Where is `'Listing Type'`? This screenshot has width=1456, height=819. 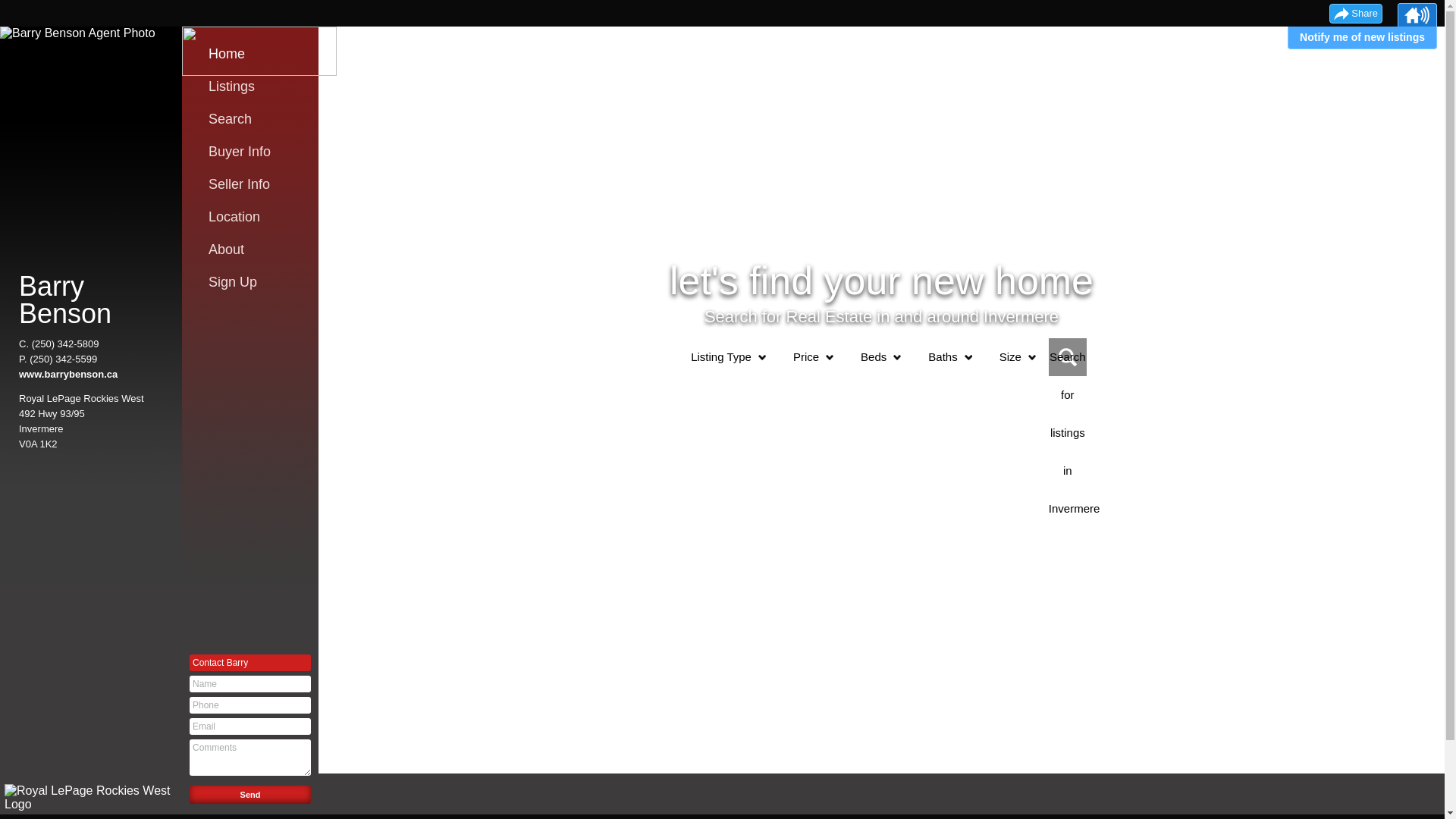
'Listing Type' is located at coordinates (720, 356).